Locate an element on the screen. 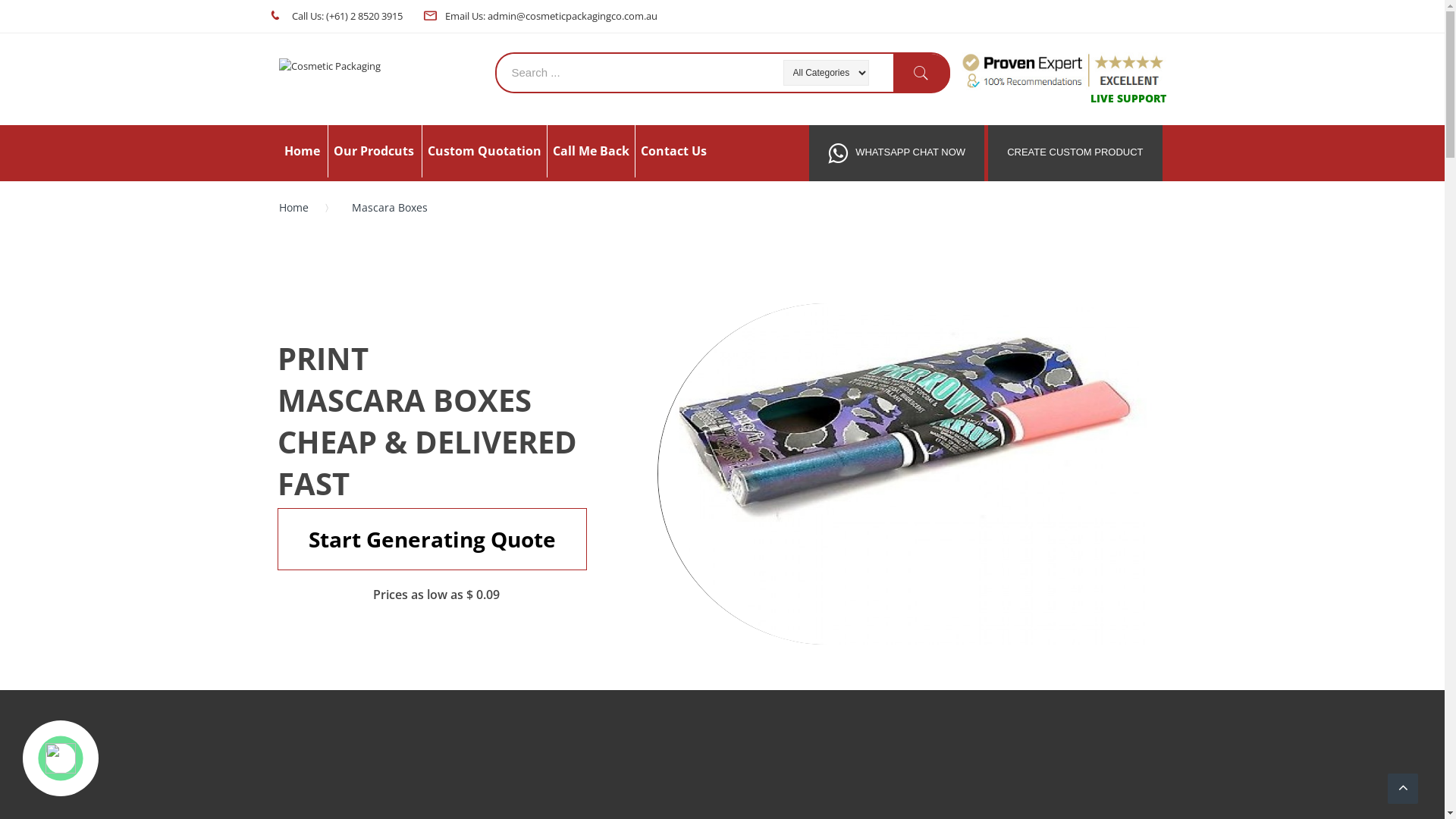  'Start Generating Quote' is located at coordinates (431, 538).